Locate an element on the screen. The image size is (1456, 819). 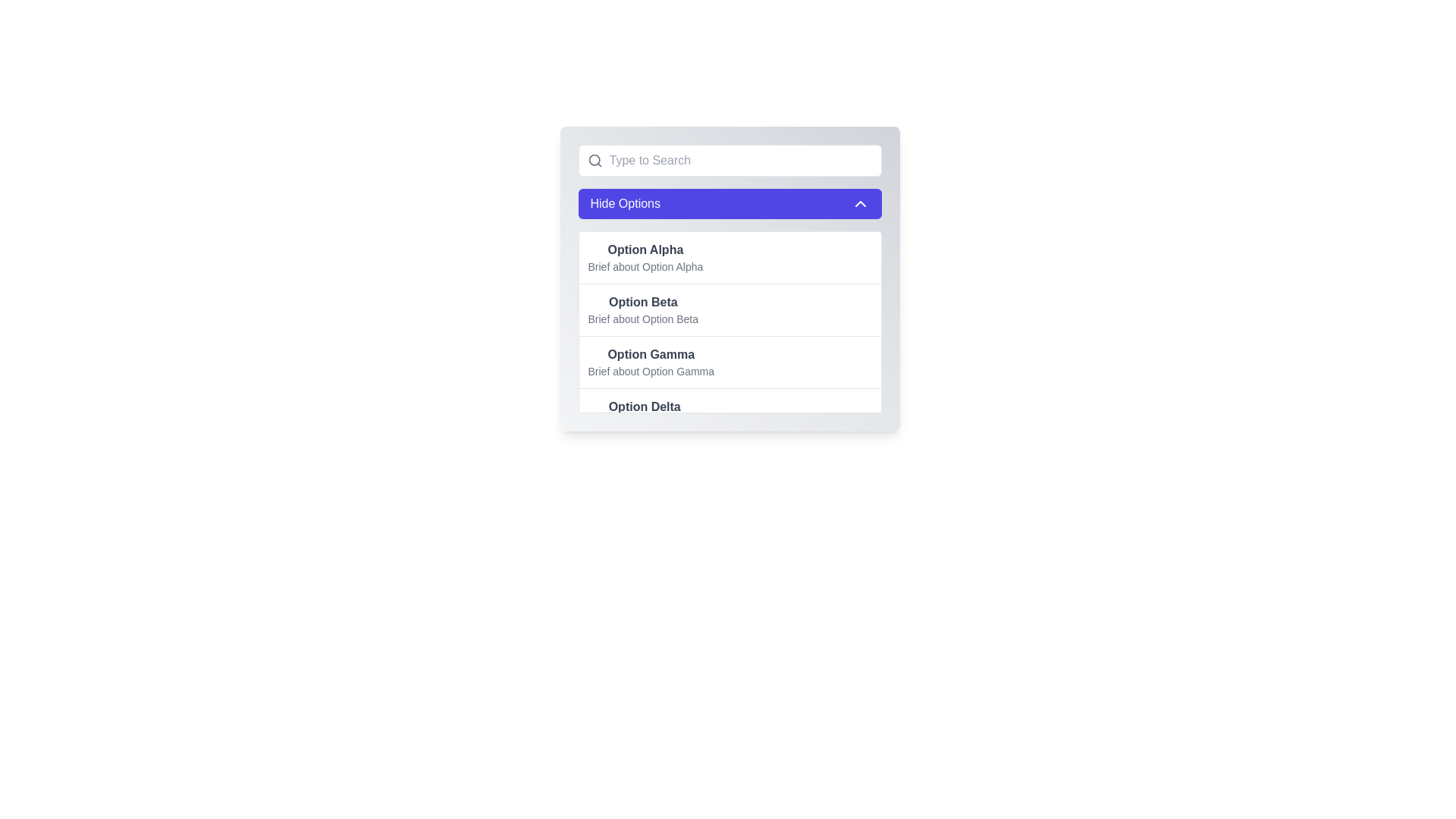
the second list item in the dropdown is located at coordinates (730, 321).